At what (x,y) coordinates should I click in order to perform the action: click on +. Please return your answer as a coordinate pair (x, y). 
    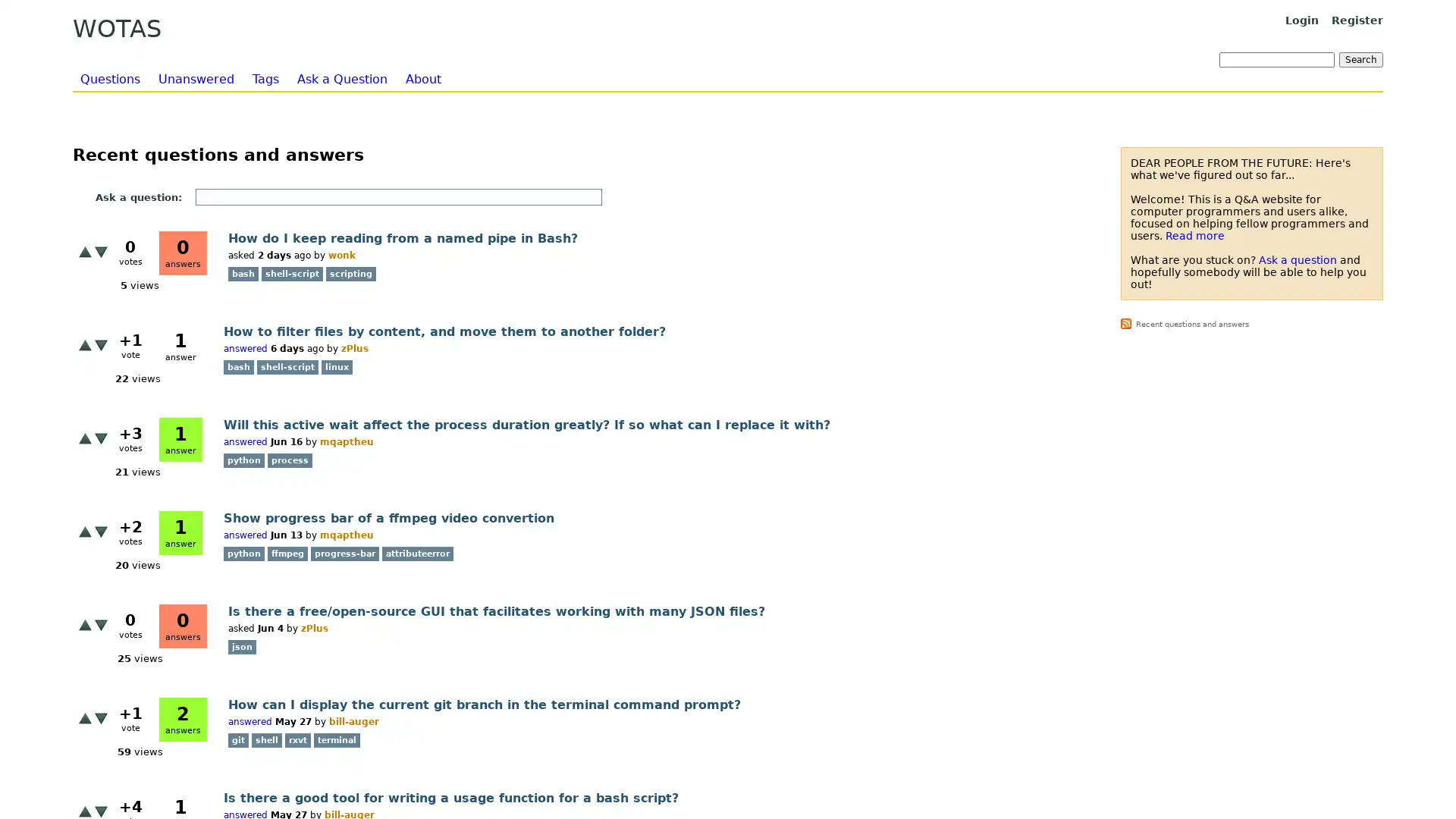
    Looking at the image, I should click on (84, 625).